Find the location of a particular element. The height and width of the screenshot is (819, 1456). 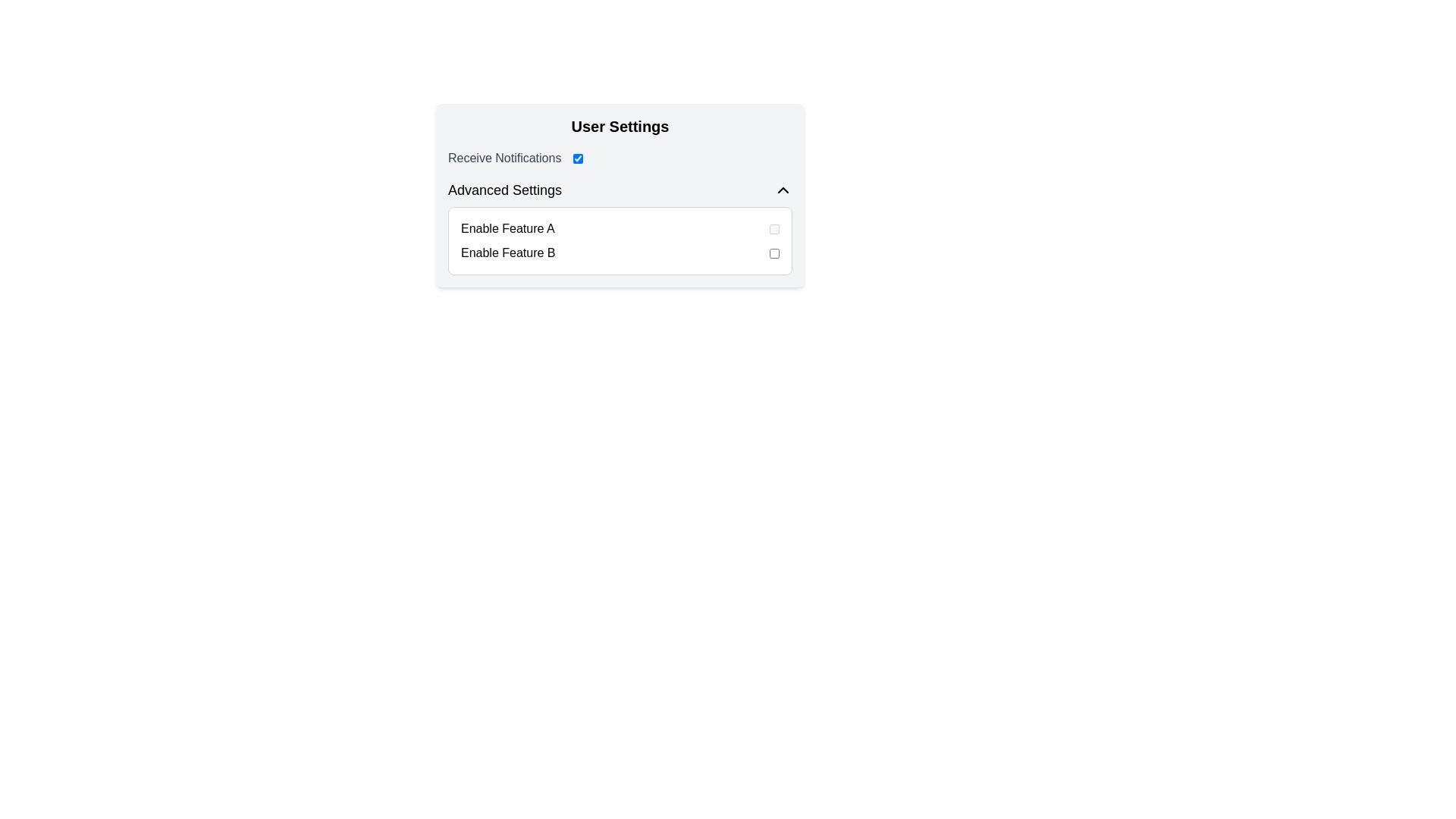

the 'Receive Notifications' text label located in the User Settings interface is located at coordinates (504, 158).